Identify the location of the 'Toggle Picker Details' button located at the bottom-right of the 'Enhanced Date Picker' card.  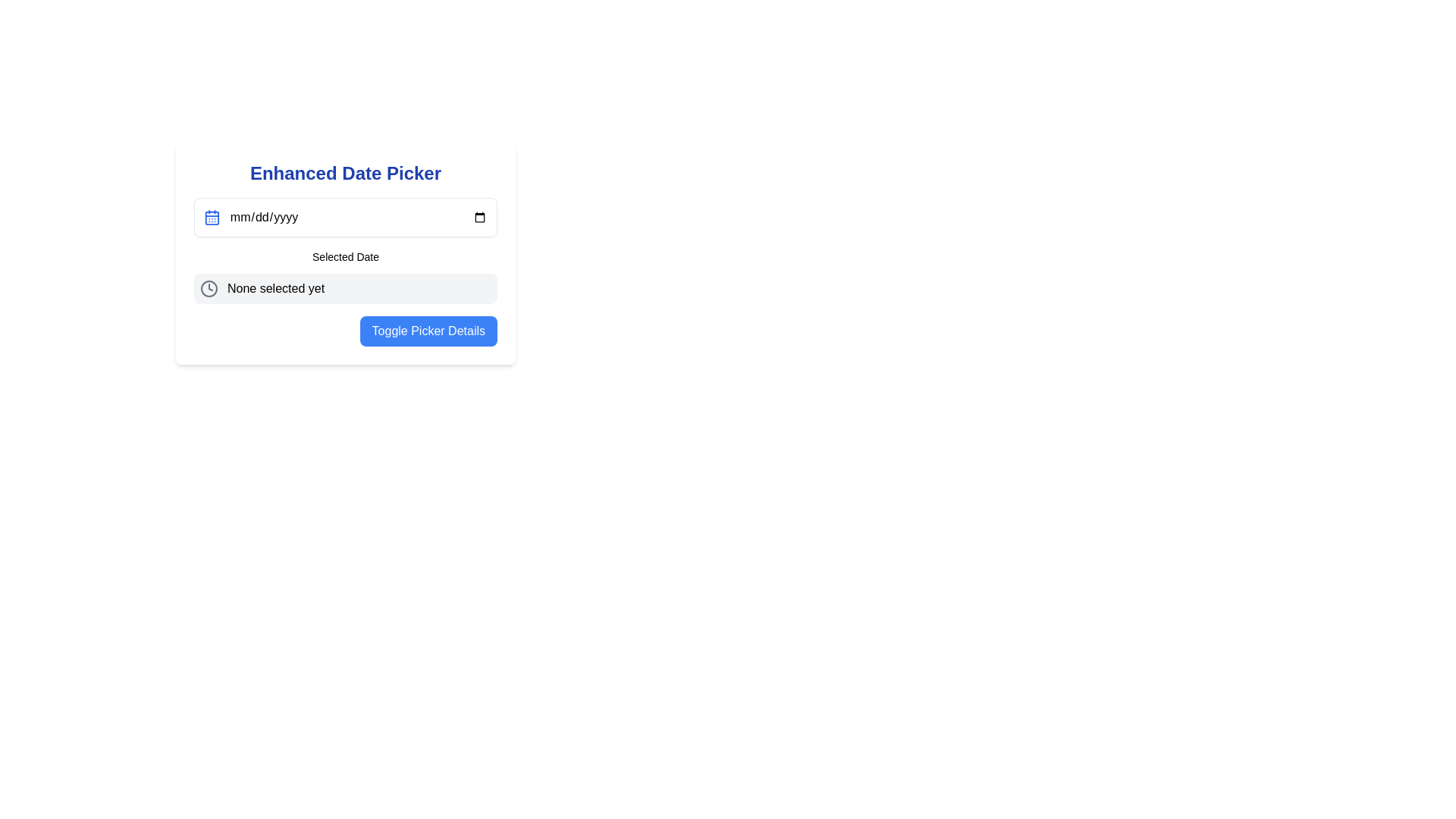
(345, 330).